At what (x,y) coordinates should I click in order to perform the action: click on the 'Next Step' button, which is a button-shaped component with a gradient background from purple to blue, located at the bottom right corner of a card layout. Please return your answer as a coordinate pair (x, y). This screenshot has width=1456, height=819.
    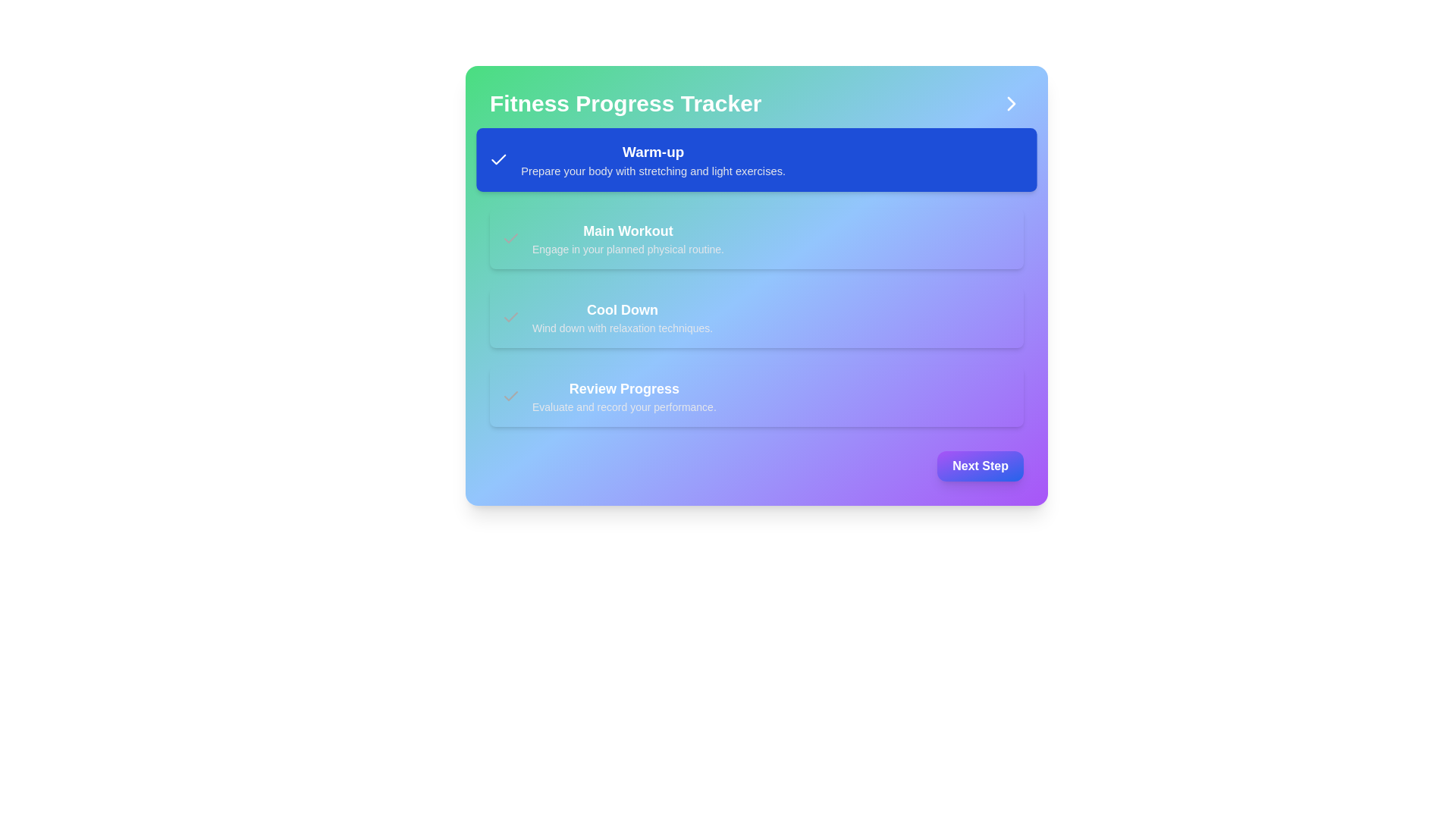
    Looking at the image, I should click on (981, 465).